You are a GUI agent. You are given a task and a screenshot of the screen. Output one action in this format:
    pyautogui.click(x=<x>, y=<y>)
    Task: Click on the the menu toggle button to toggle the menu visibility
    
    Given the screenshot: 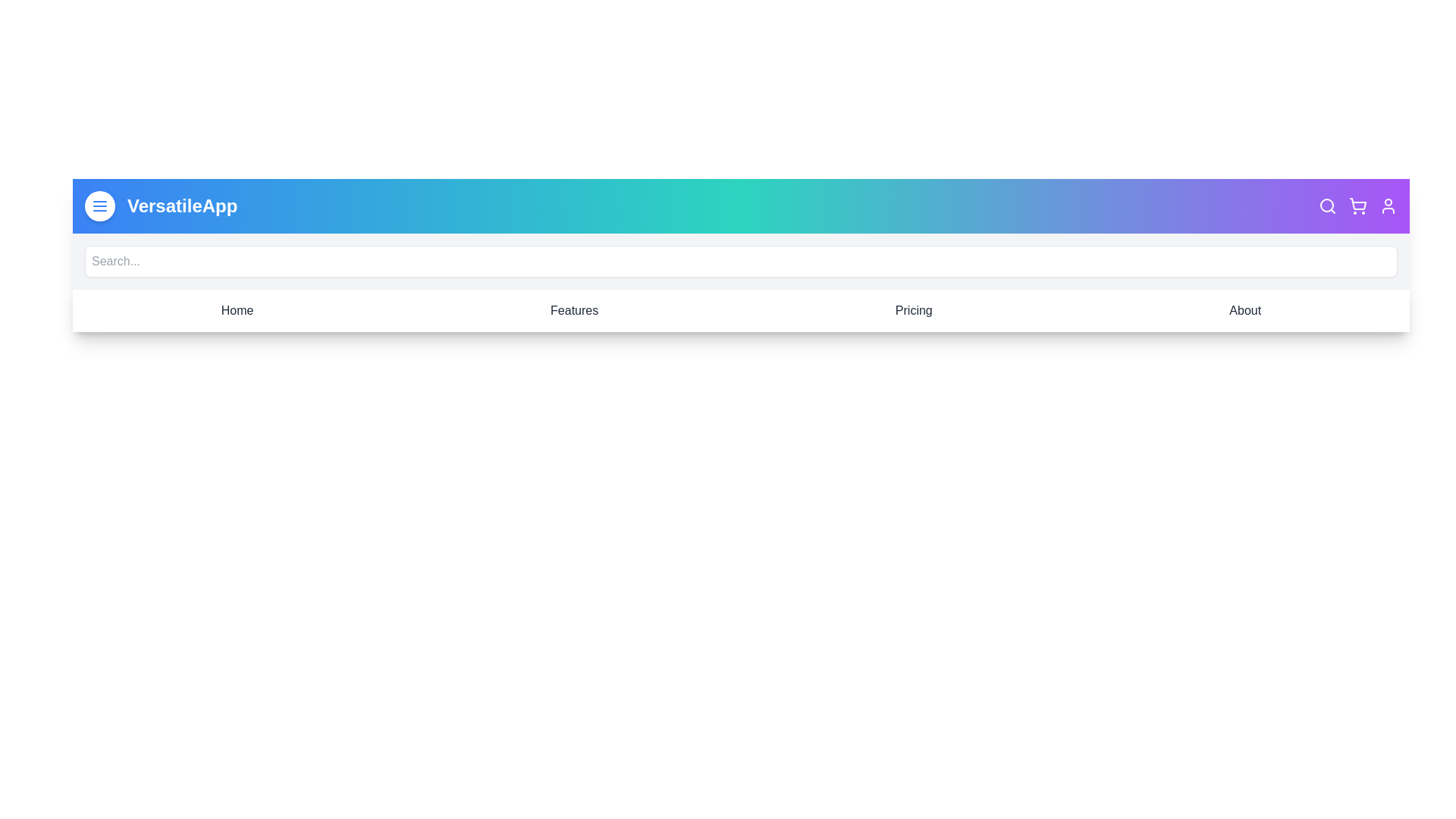 What is the action you would take?
    pyautogui.click(x=99, y=206)
    